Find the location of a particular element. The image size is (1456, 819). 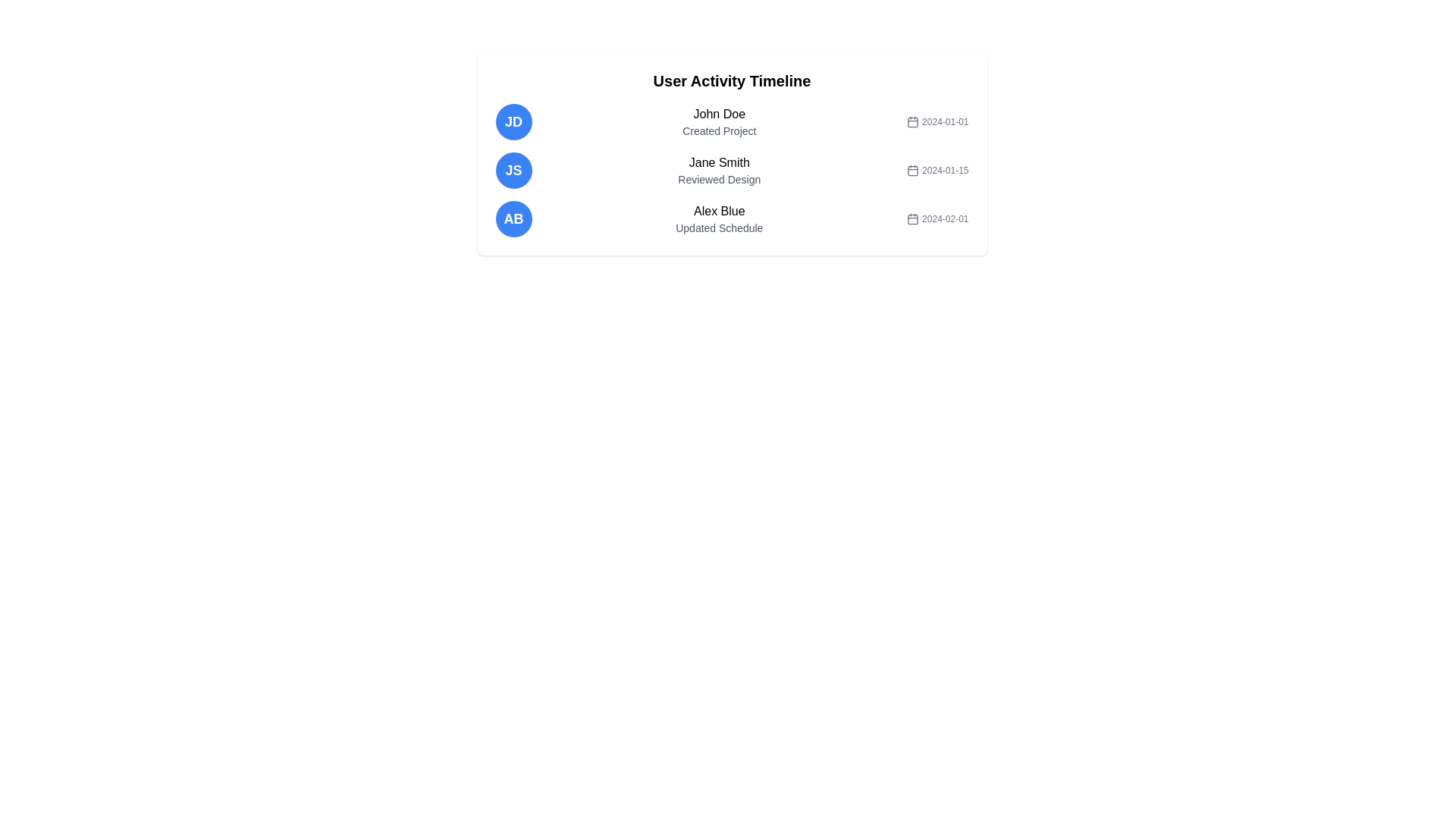

details of the second list item in the 'User Activity Timeline' containing a blue circular icon with initials 'JS', the name 'Jane Smith', a description 'Reviewed Design', and the date '2024-01-15' is located at coordinates (732, 170).